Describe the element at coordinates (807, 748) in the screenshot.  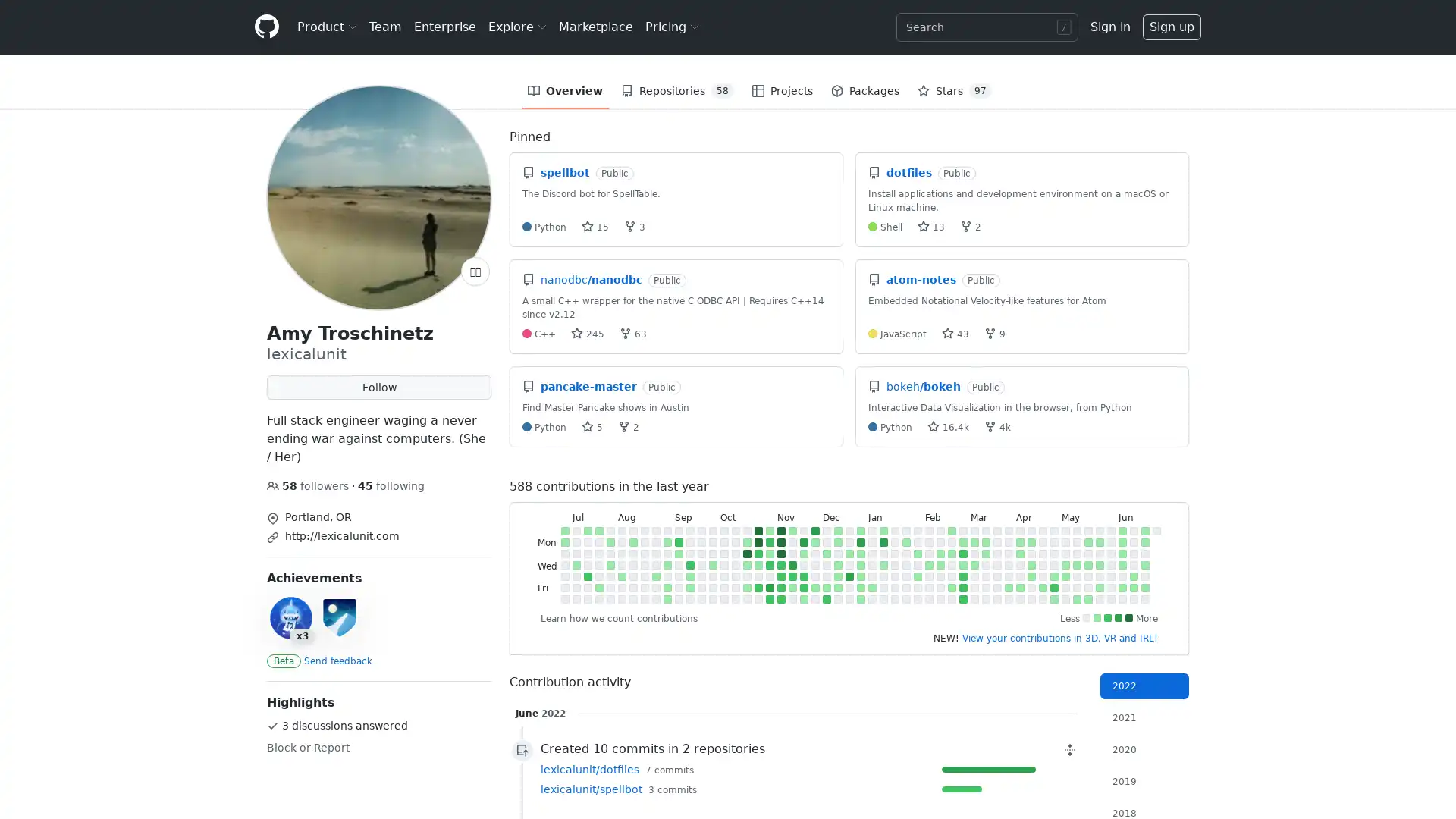
I see `Created 10 commits in 2 repositories` at that location.